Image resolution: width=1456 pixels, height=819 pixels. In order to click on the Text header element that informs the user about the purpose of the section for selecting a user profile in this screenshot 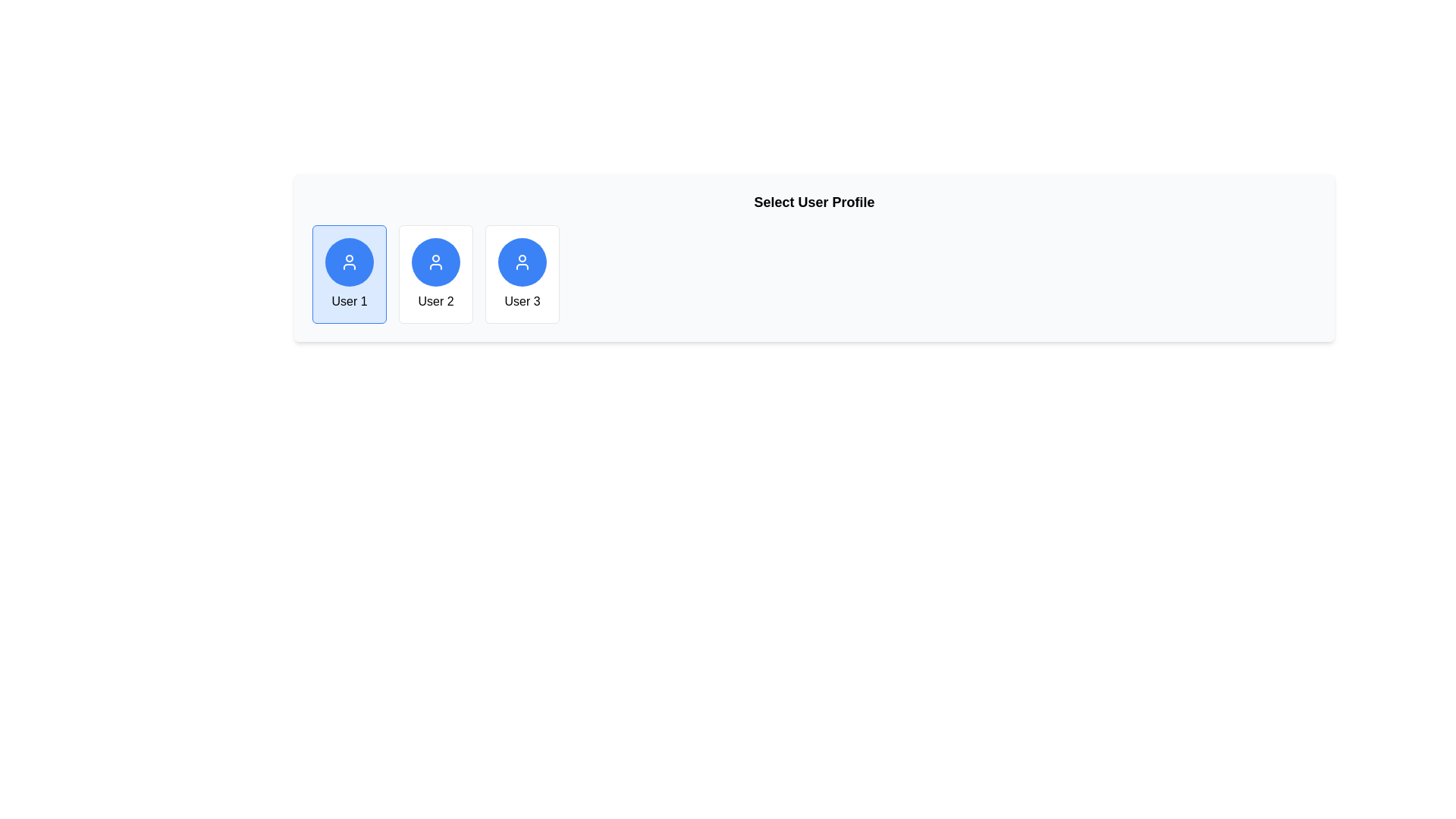, I will do `click(814, 201)`.